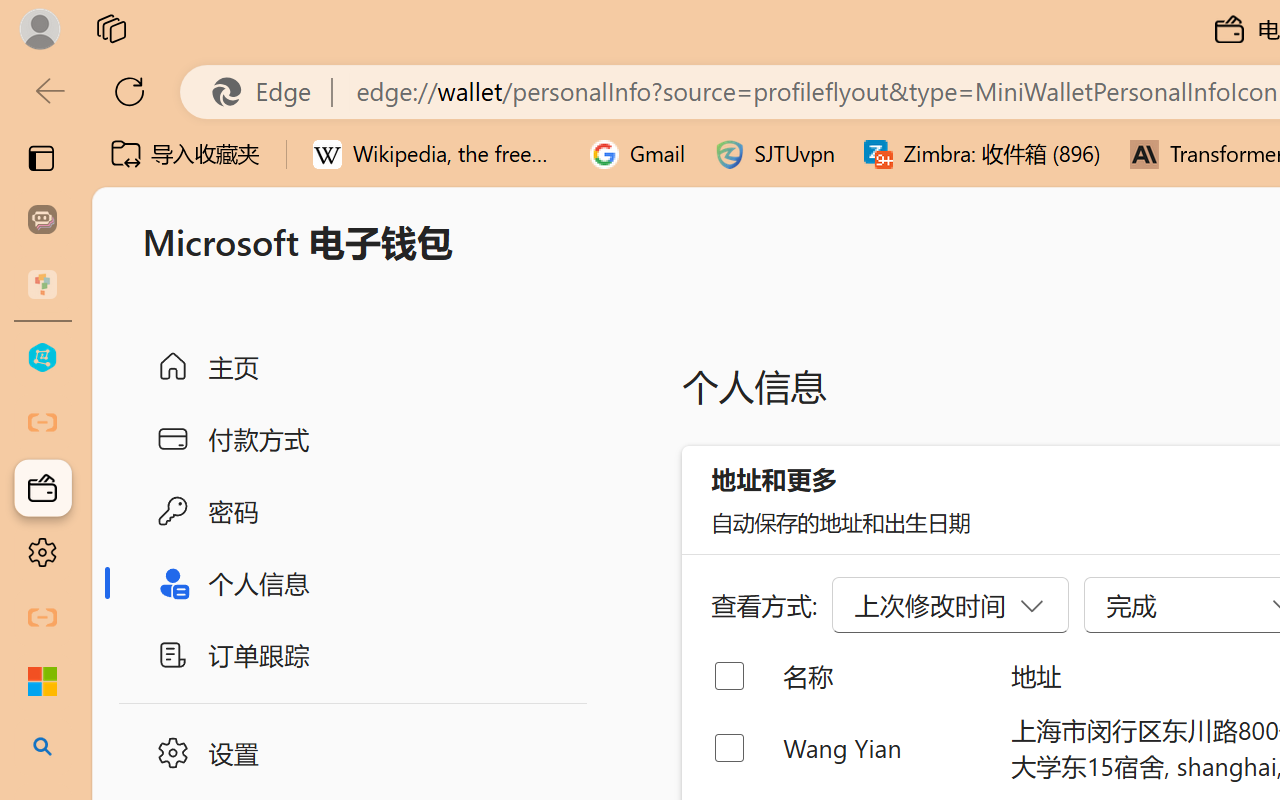 Image resolution: width=1280 pixels, height=800 pixels. What do you see at coordinates (42, 682) in the screenshot?
I see `'Microsoft security help and learning'` at bounding box center [42, 682].